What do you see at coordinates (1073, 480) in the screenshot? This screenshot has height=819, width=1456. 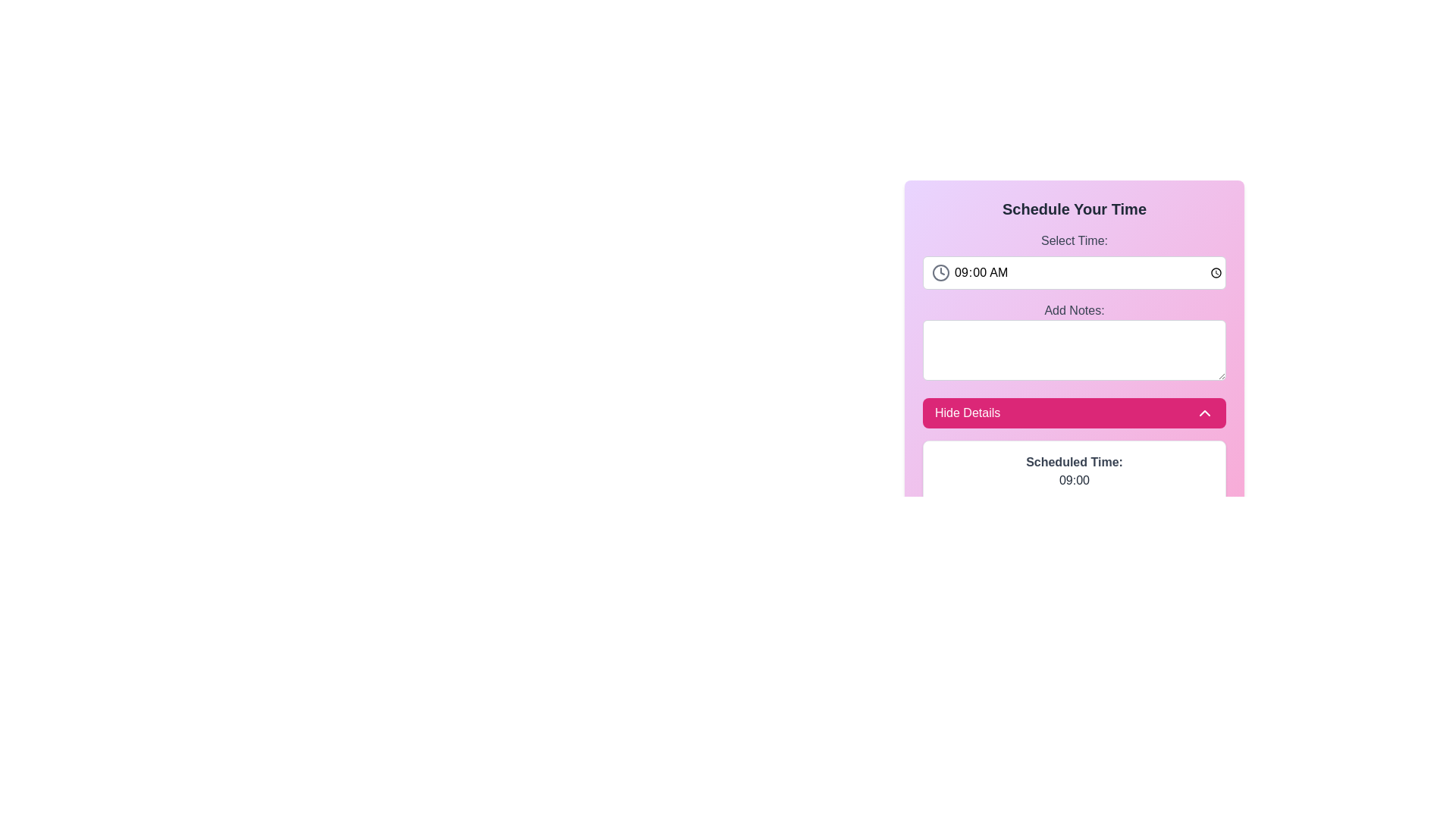 I see `text label displaying '09:00', which is styled with a medium-sized, gray-colored font and positioned under the 'Scheduled Time:' heading` at bounding box center [1073, 480].